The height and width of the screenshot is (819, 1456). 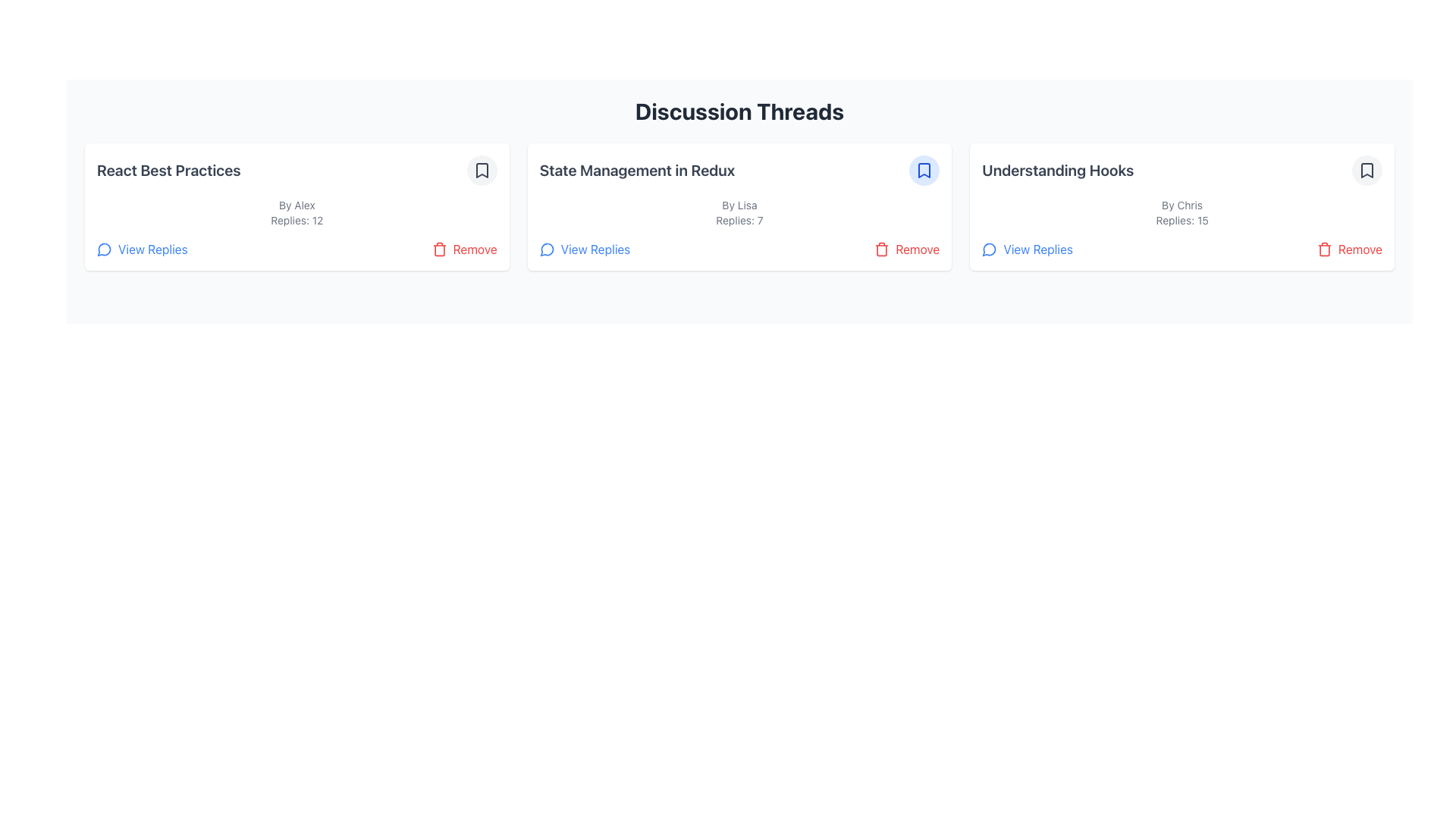 I want to click on the 'Remove' button, which is located in the bottom-right corner of the 'Understanding Hooks' discussion thread section, so click(x=1350, y=248).